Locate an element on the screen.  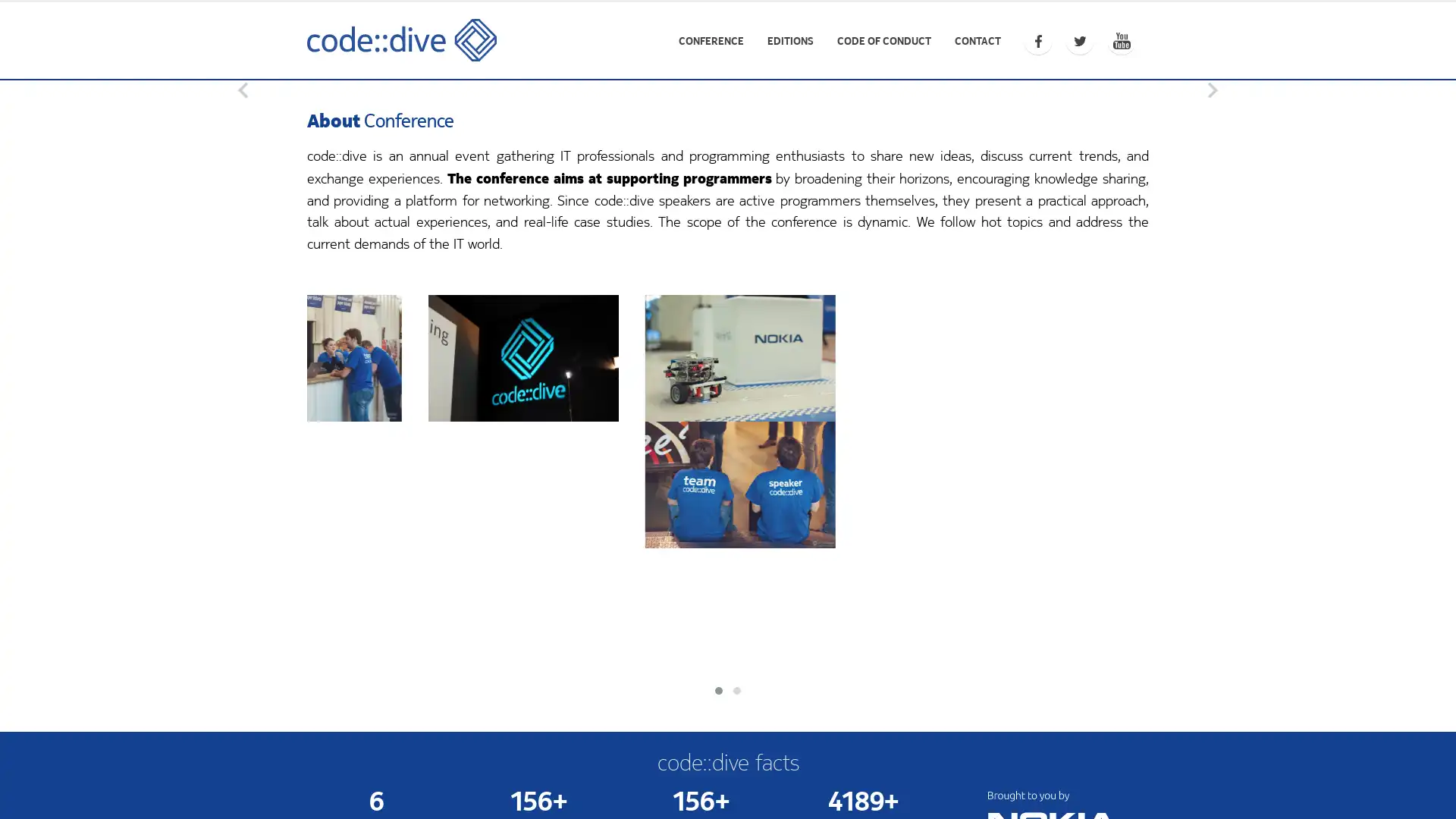
1 is located at coordinates (728, 414).